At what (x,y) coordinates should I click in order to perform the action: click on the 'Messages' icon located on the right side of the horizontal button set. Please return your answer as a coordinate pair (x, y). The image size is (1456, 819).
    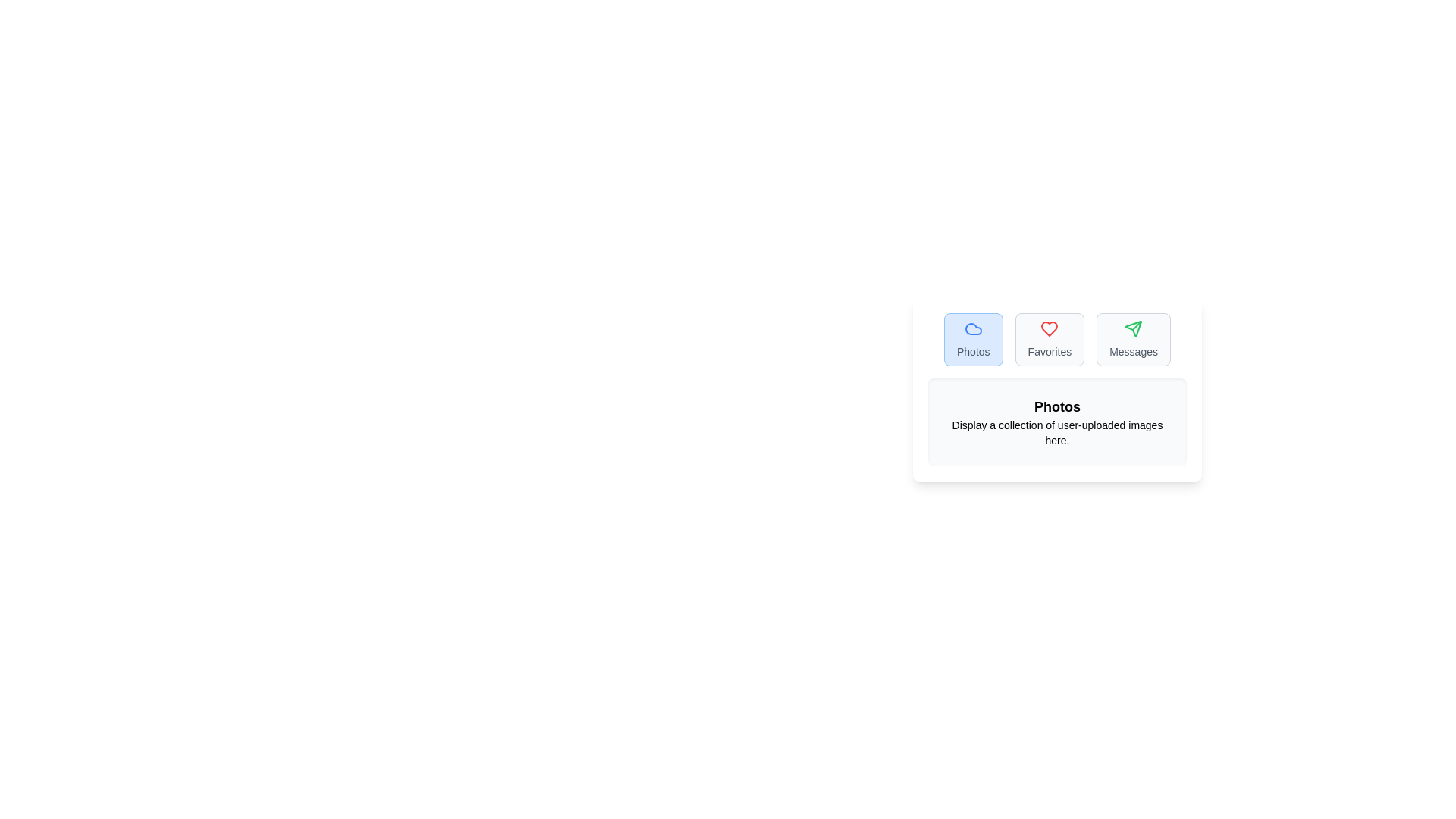
    Looking at the image, I should click on (1134, 328).